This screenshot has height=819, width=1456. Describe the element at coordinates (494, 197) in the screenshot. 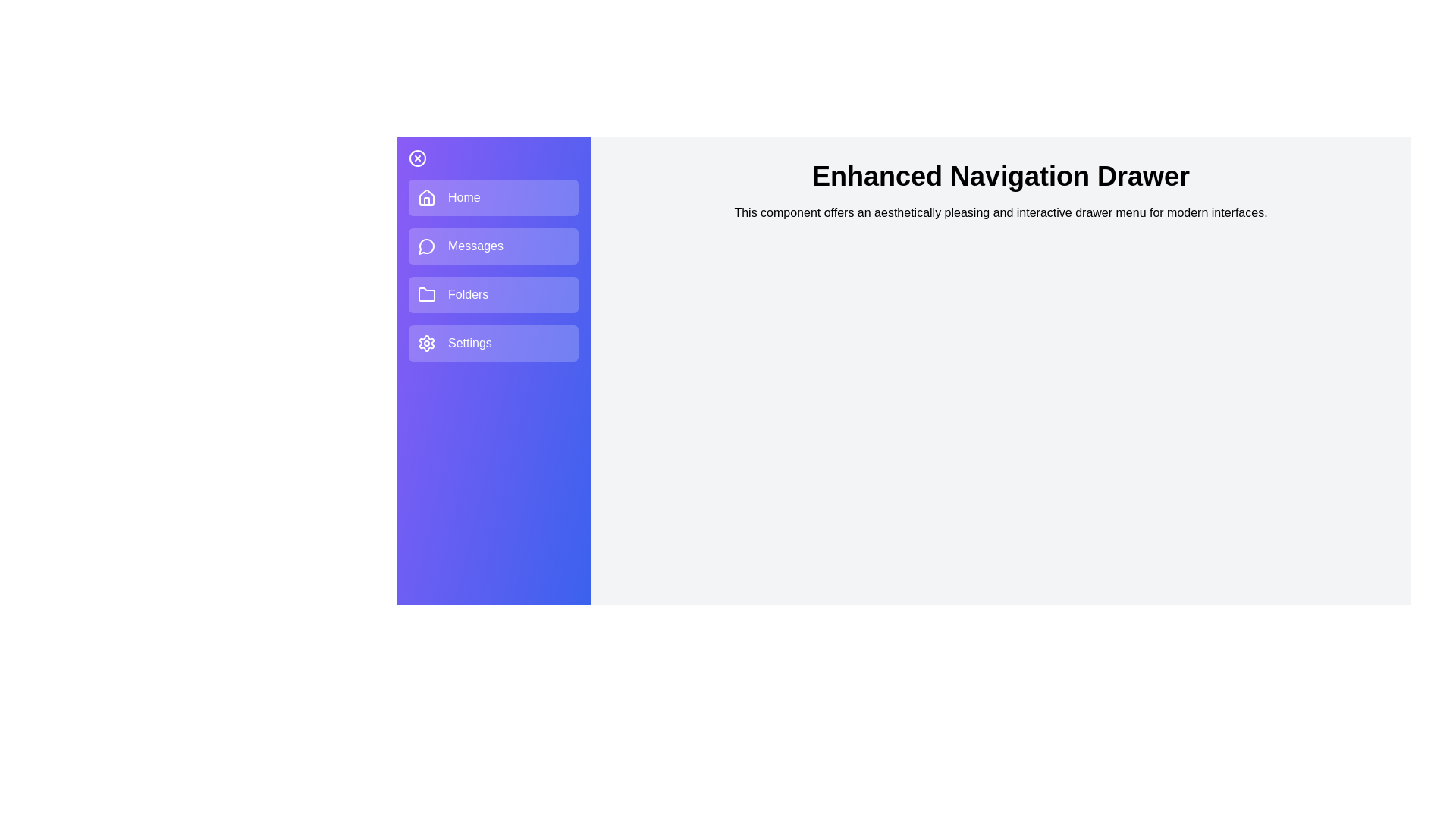

I see `the navigation item labeled Home` at that location.